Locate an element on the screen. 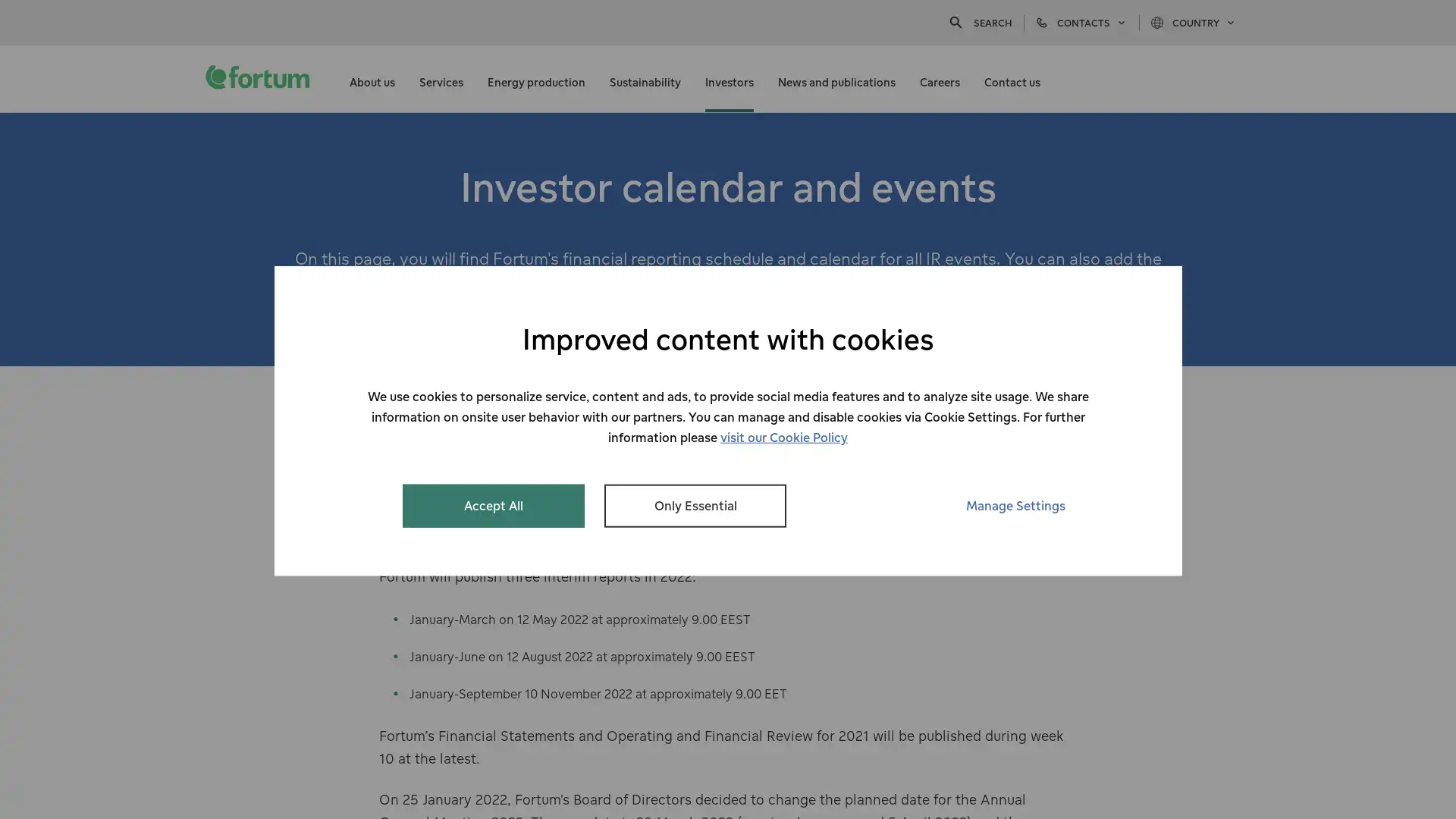 The image size is (1456, 819). Accept All is located at coordinates (494, 505).